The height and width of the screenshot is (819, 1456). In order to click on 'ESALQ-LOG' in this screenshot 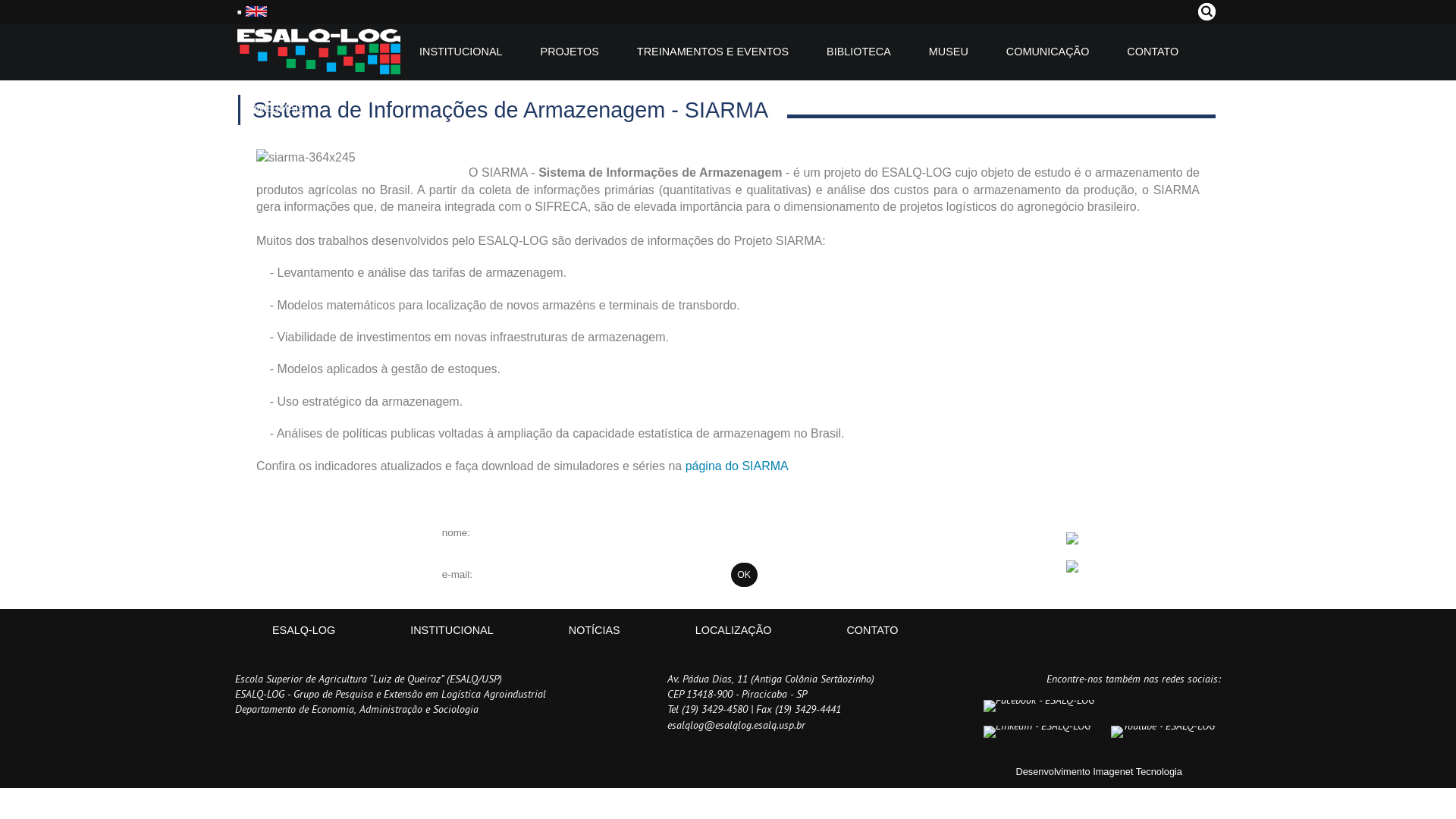, I will do `click(303, 629)`.